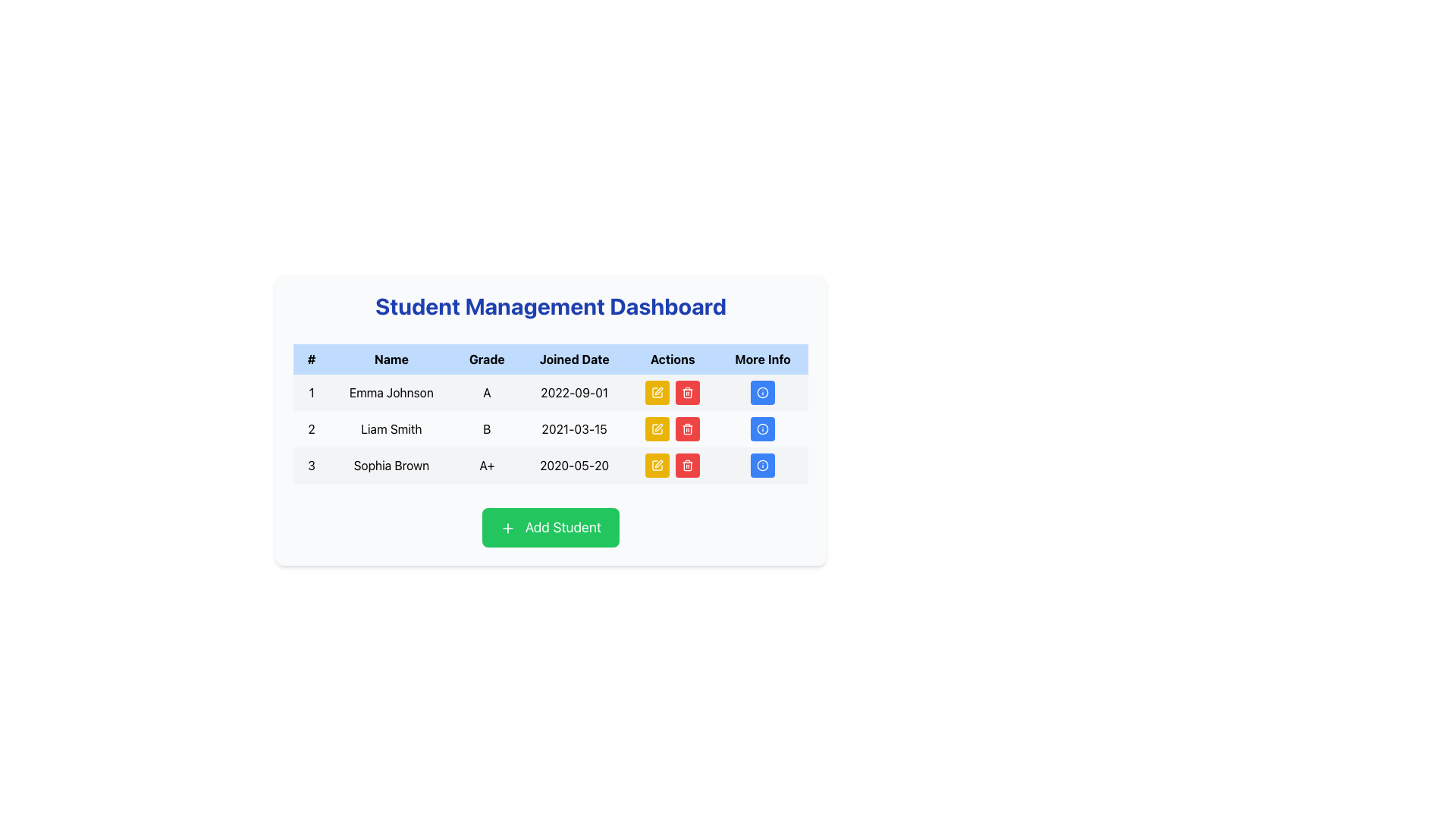 Image resolution: width=1456 pixels, height=819 pixels. I want to click on the informational button located in the 'More Info' column of the third row corresponding to Sophia Brown, which is encapsulated within a circular blue button, so click(763, 464).